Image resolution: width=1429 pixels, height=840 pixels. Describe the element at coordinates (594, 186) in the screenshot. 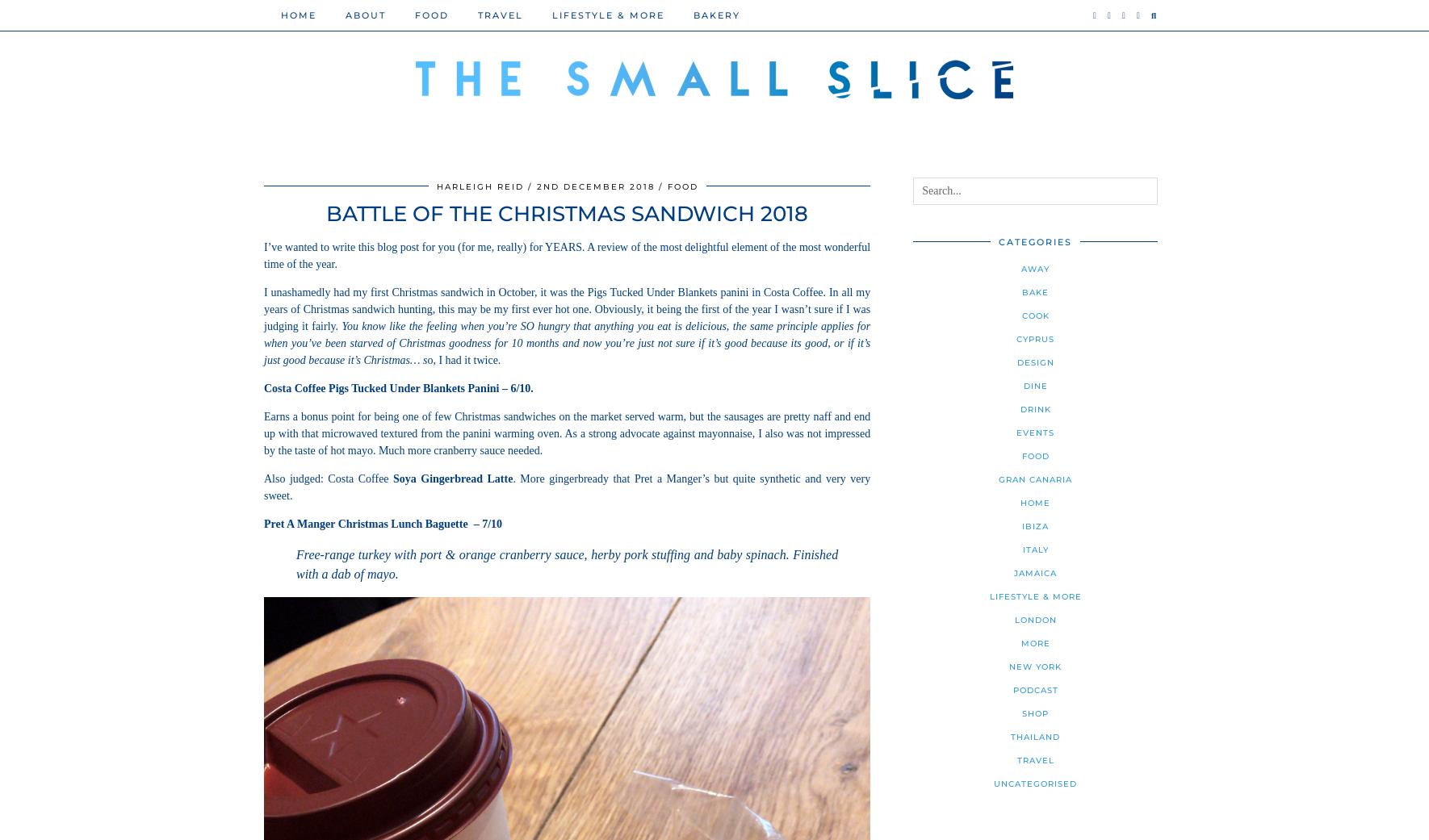

I see `'2nd December 2018'` at that location.